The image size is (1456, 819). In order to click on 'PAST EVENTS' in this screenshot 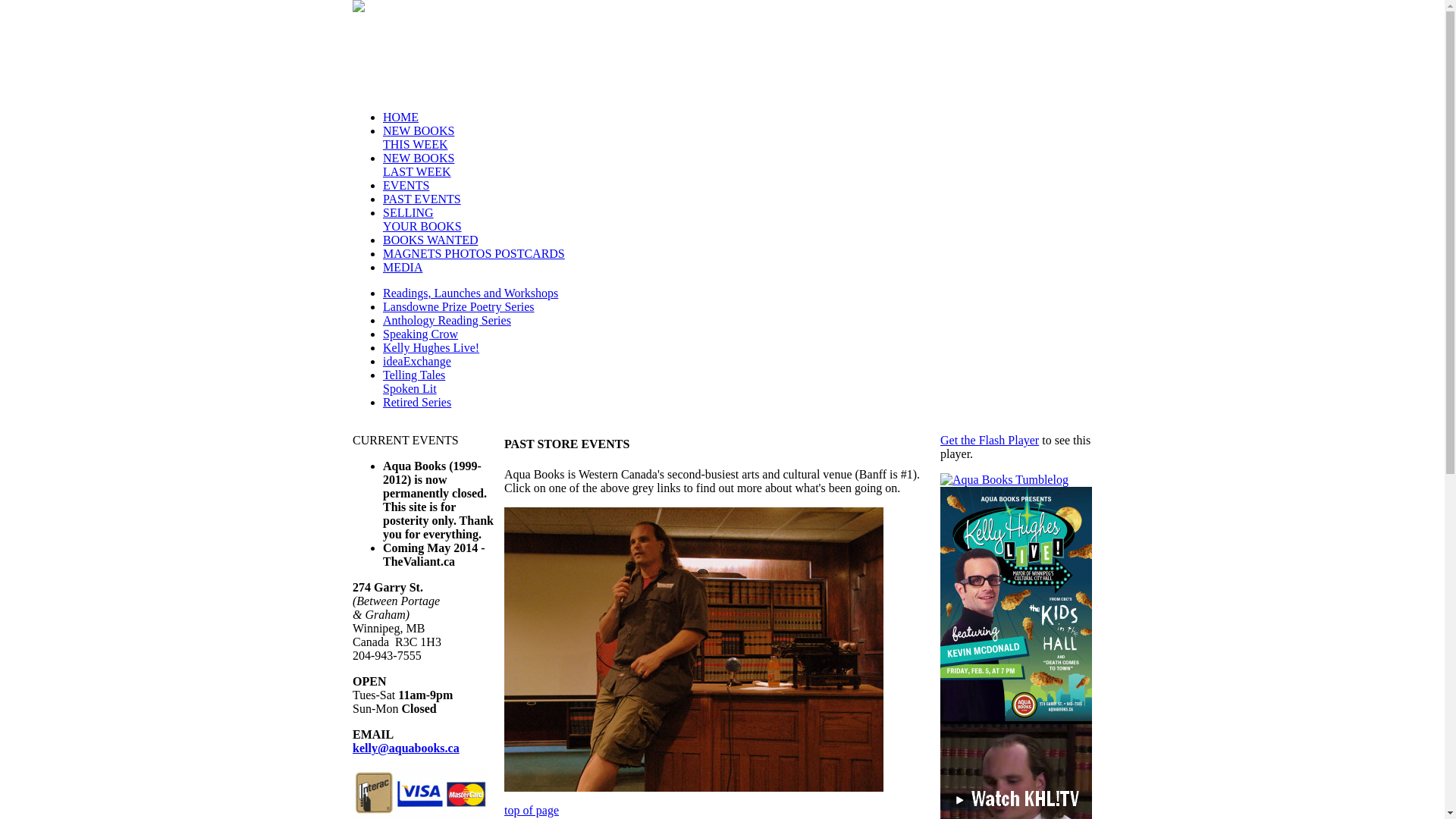, I will do `click(422, 198)`.